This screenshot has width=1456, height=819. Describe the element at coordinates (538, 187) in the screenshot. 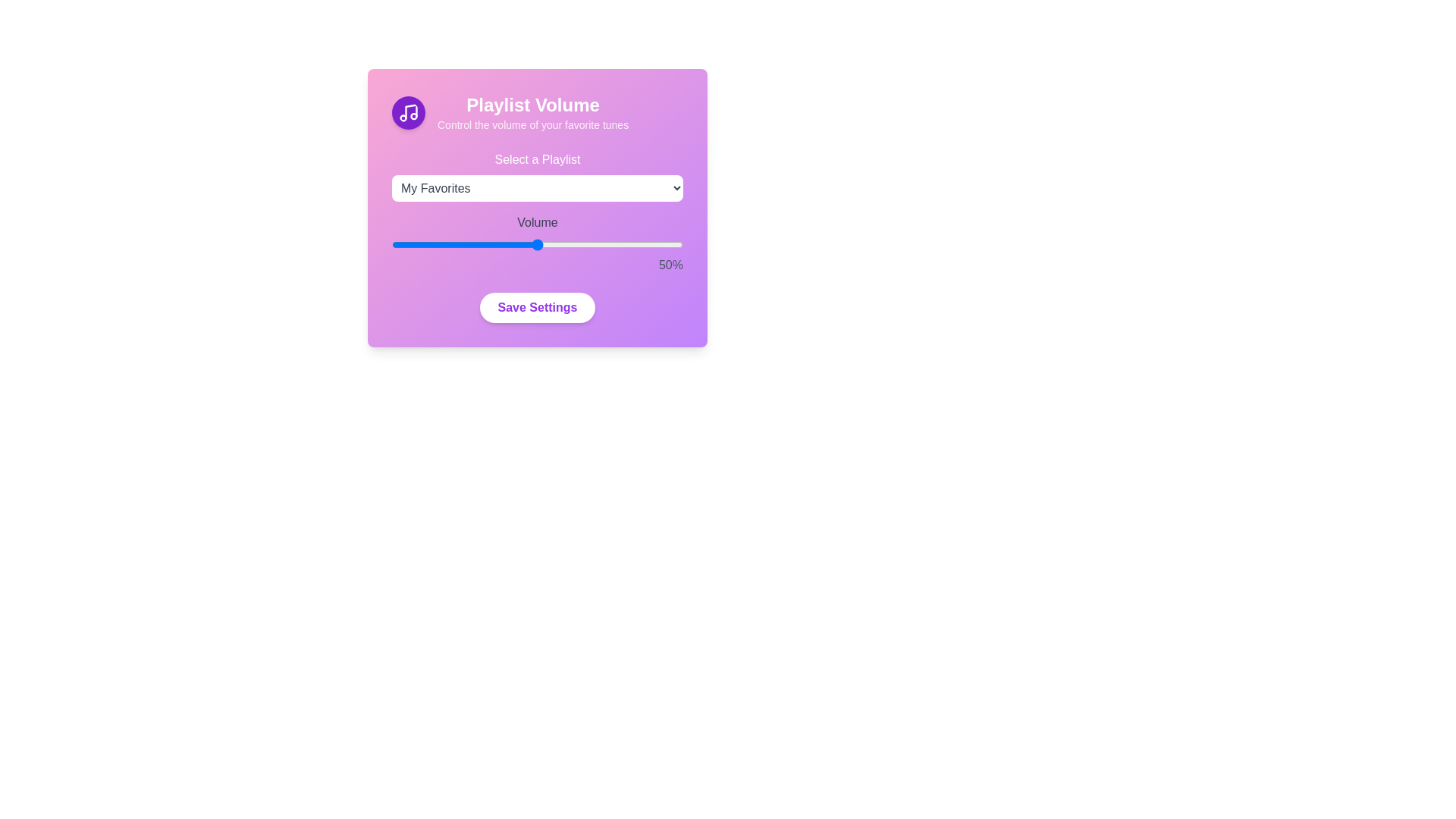

I see `the playlist Workout Tunes from the dropdown menu` at that location.